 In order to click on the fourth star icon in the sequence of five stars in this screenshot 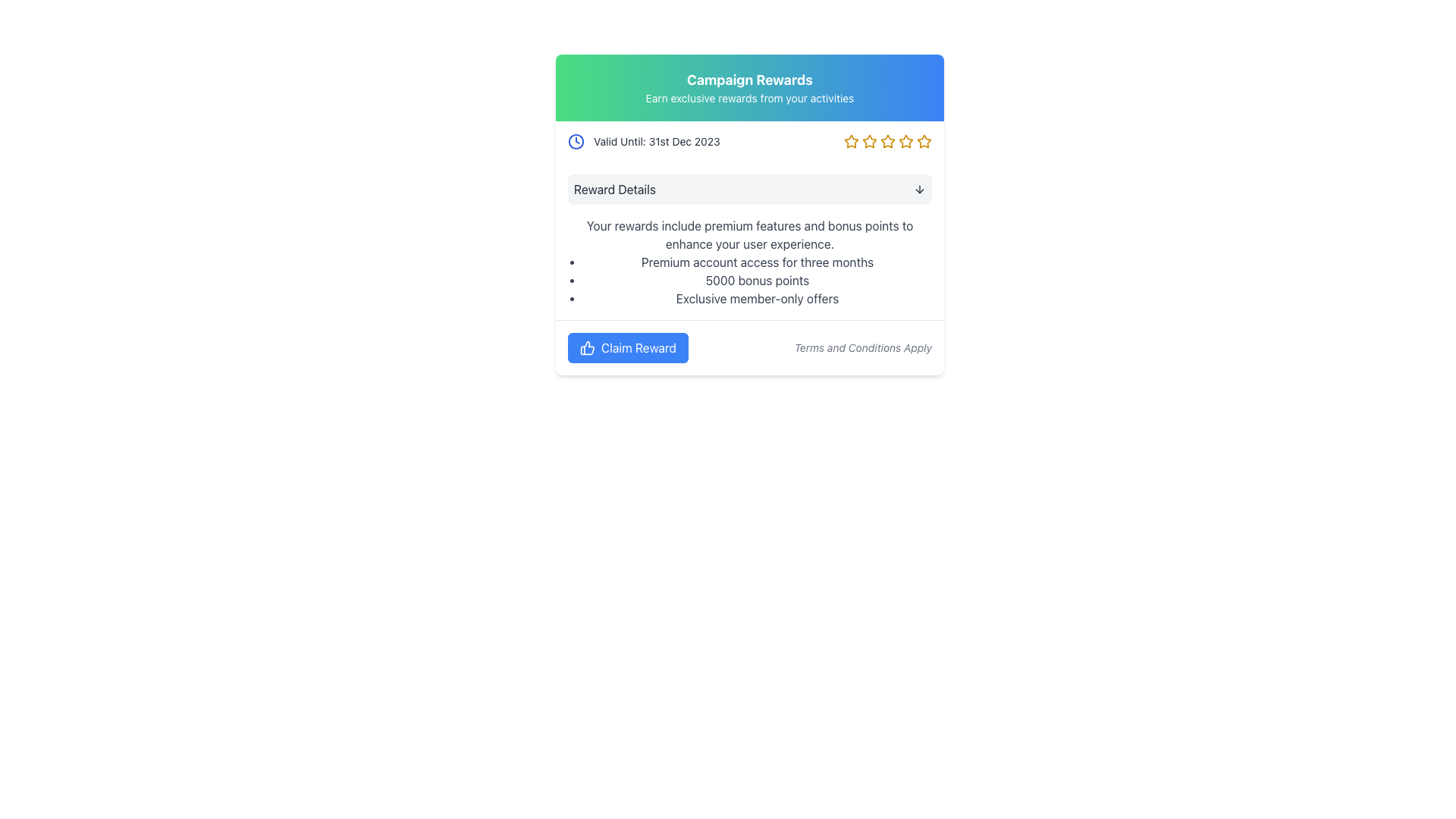, I will do `click(887, 140)`.